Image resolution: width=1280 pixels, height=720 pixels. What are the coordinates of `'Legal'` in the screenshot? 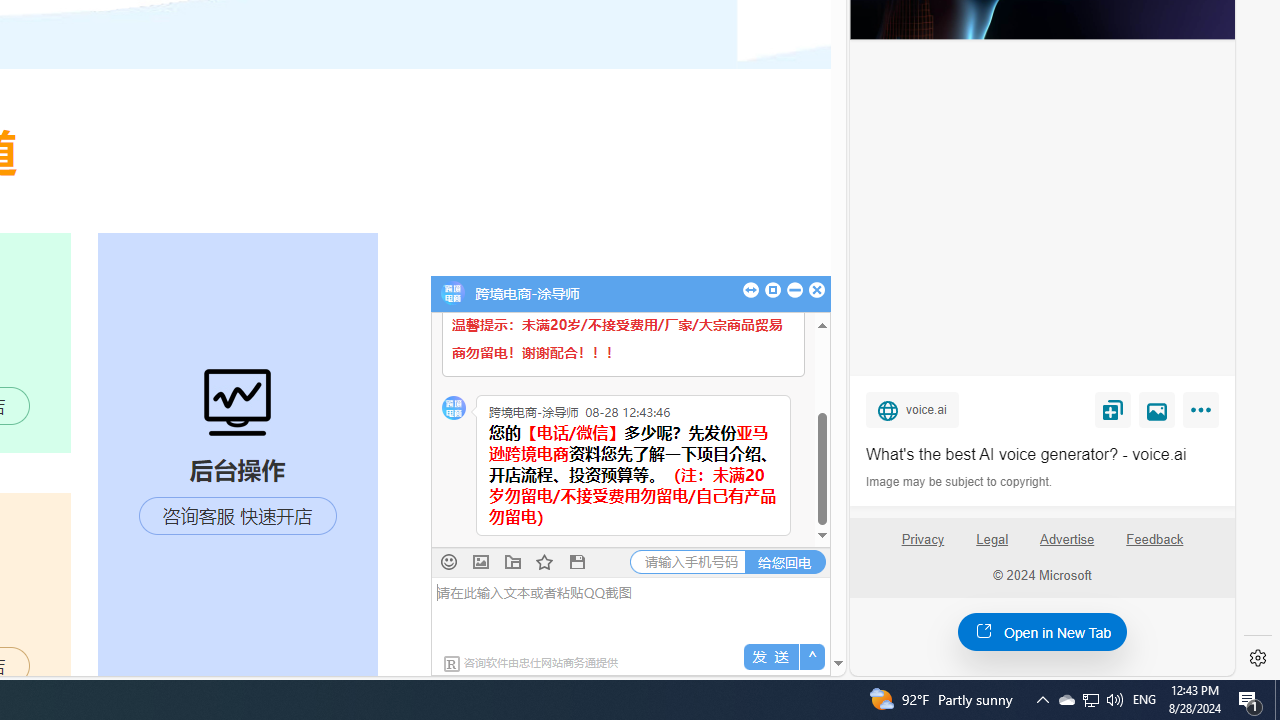 It's located at (992, 538).